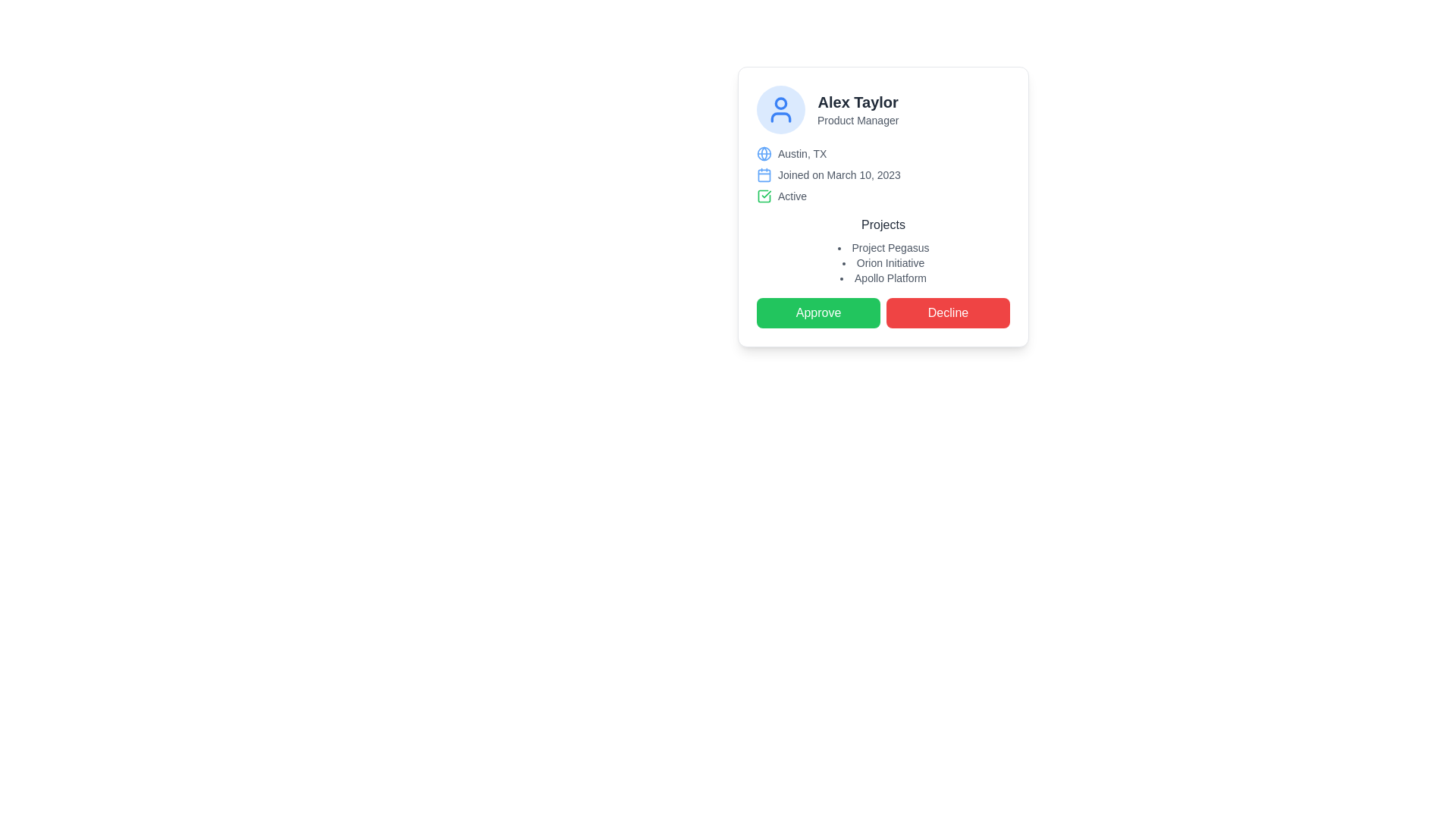 This screenshot has width=1456, height=819. I want to click on the circular decorative vector component representing the head in the user profile icon located at the top-left corner of the card, so click(781, 102).